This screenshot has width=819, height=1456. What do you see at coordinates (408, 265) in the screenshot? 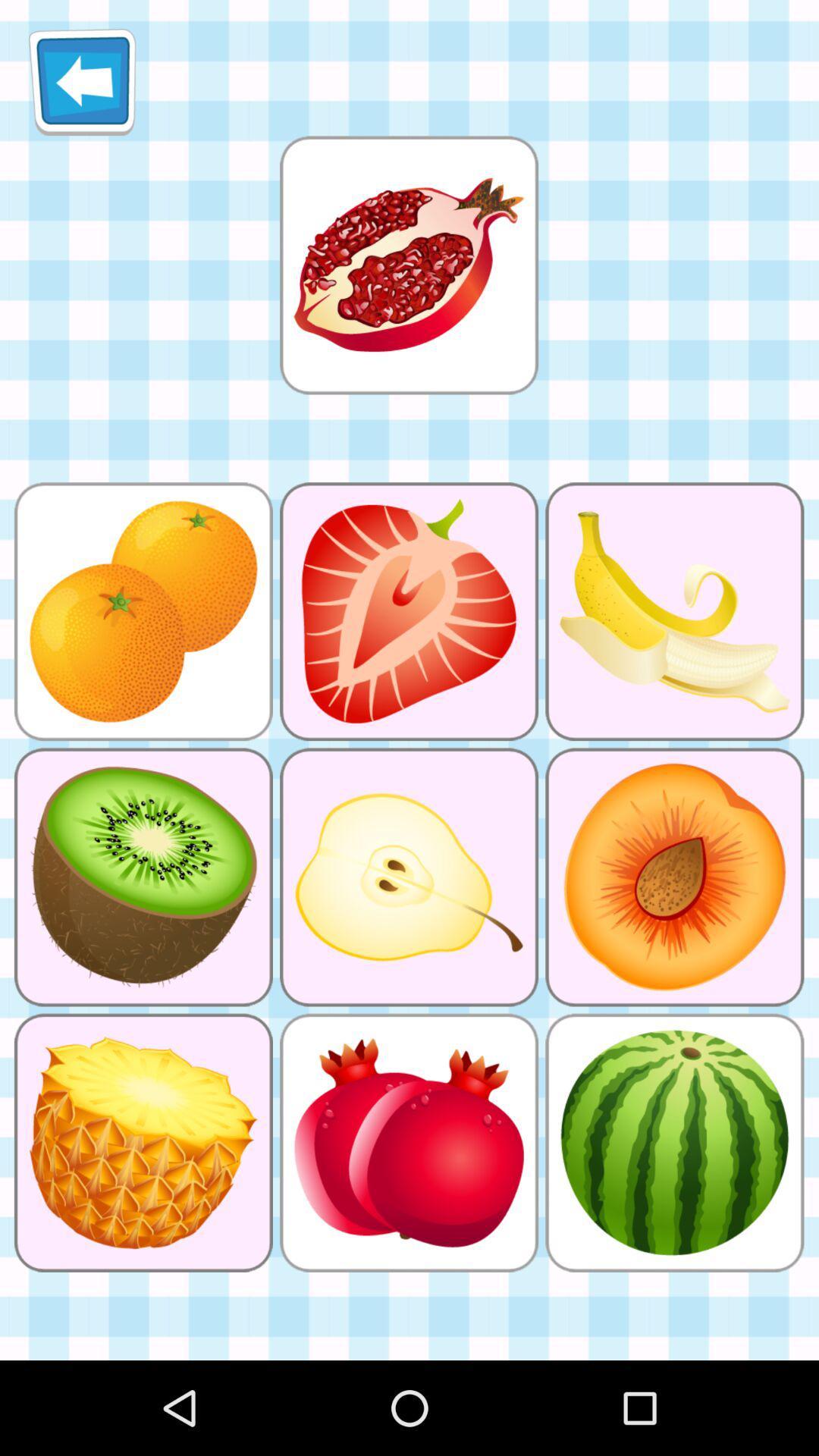
I see `fruit` at bounding box center [408, 265].